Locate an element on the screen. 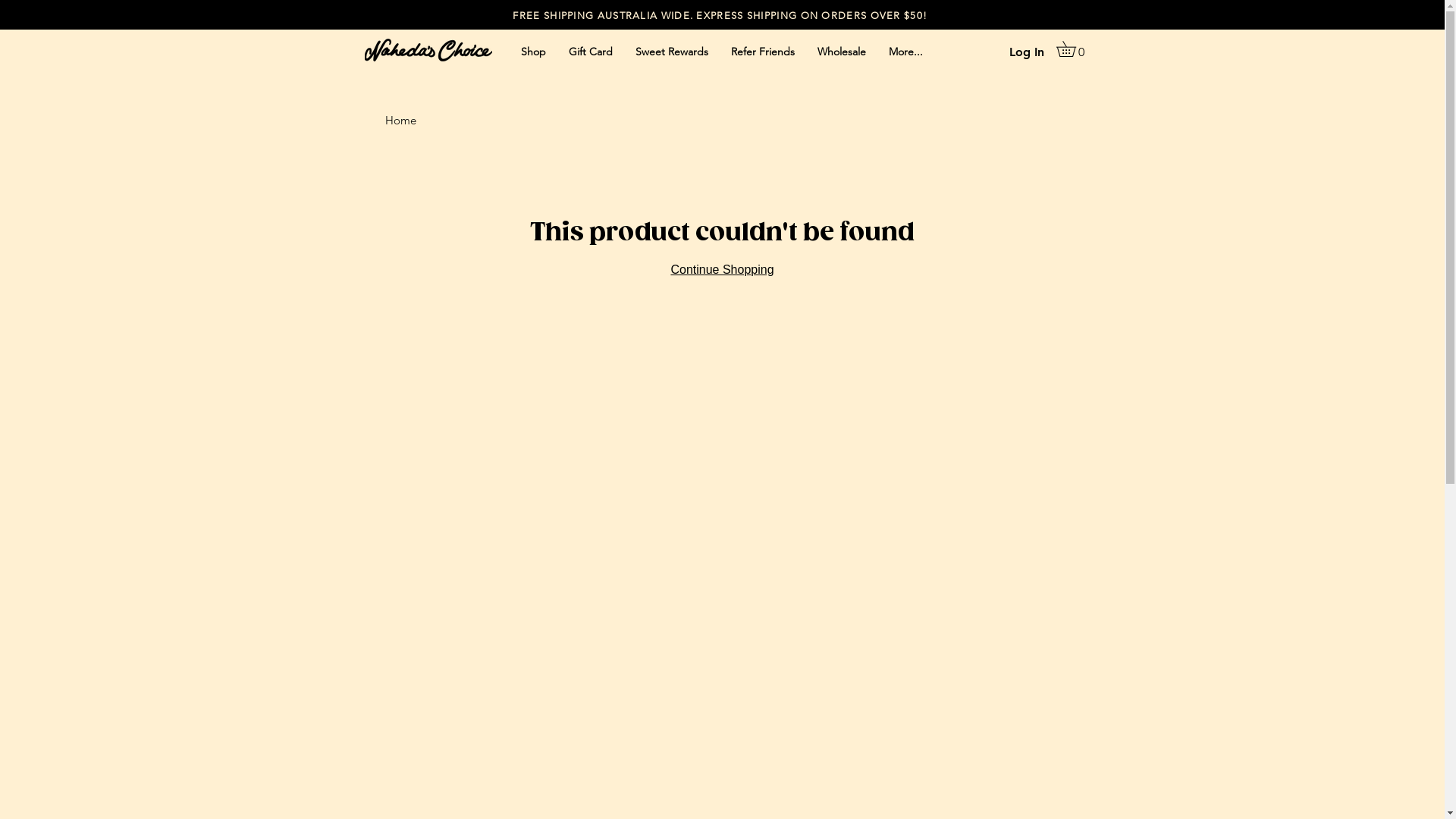  'Home' is located at coordinates (400, 119).